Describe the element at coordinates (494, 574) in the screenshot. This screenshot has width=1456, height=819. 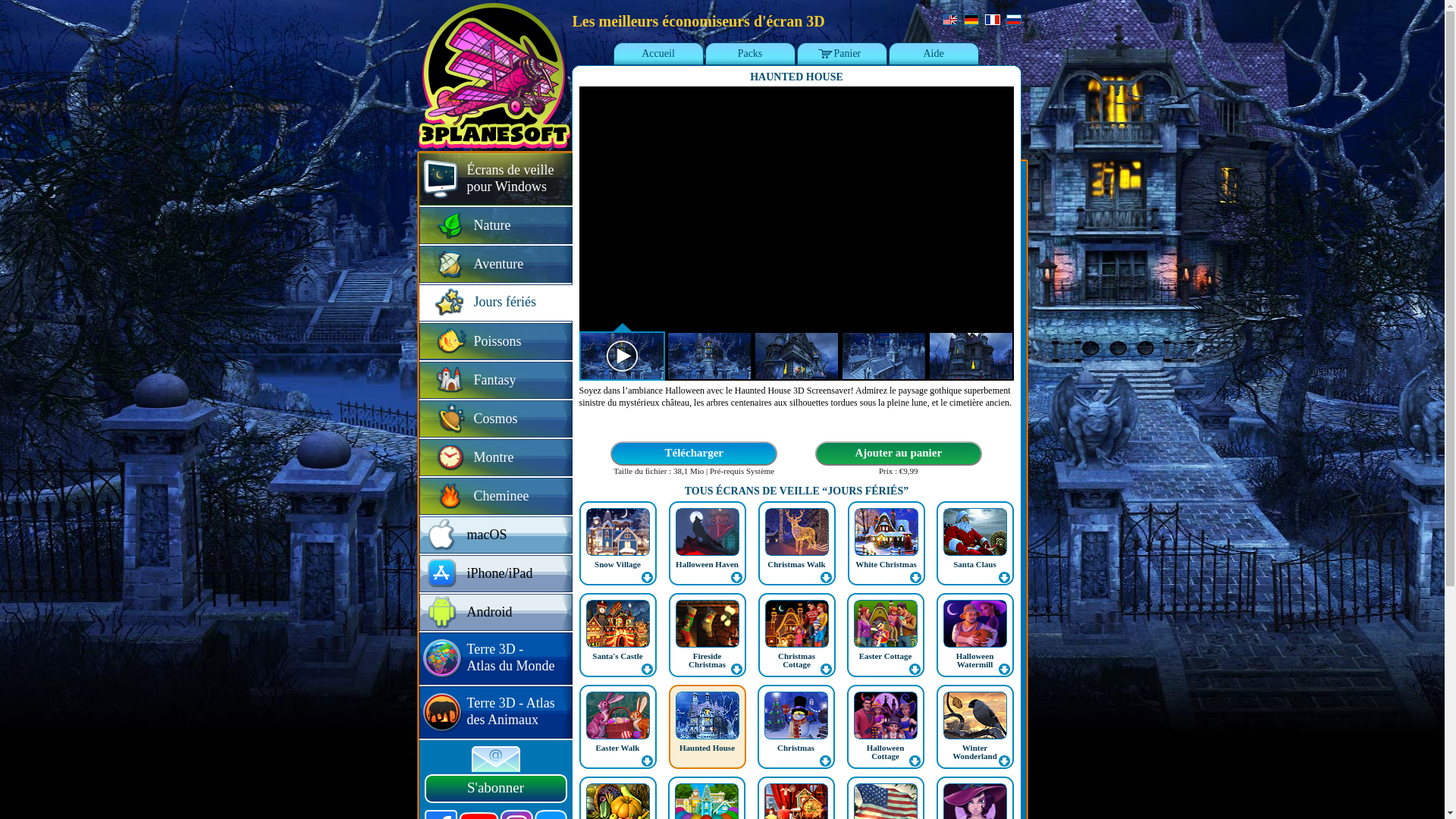
I see `'iPhone/iPad'` at that location.